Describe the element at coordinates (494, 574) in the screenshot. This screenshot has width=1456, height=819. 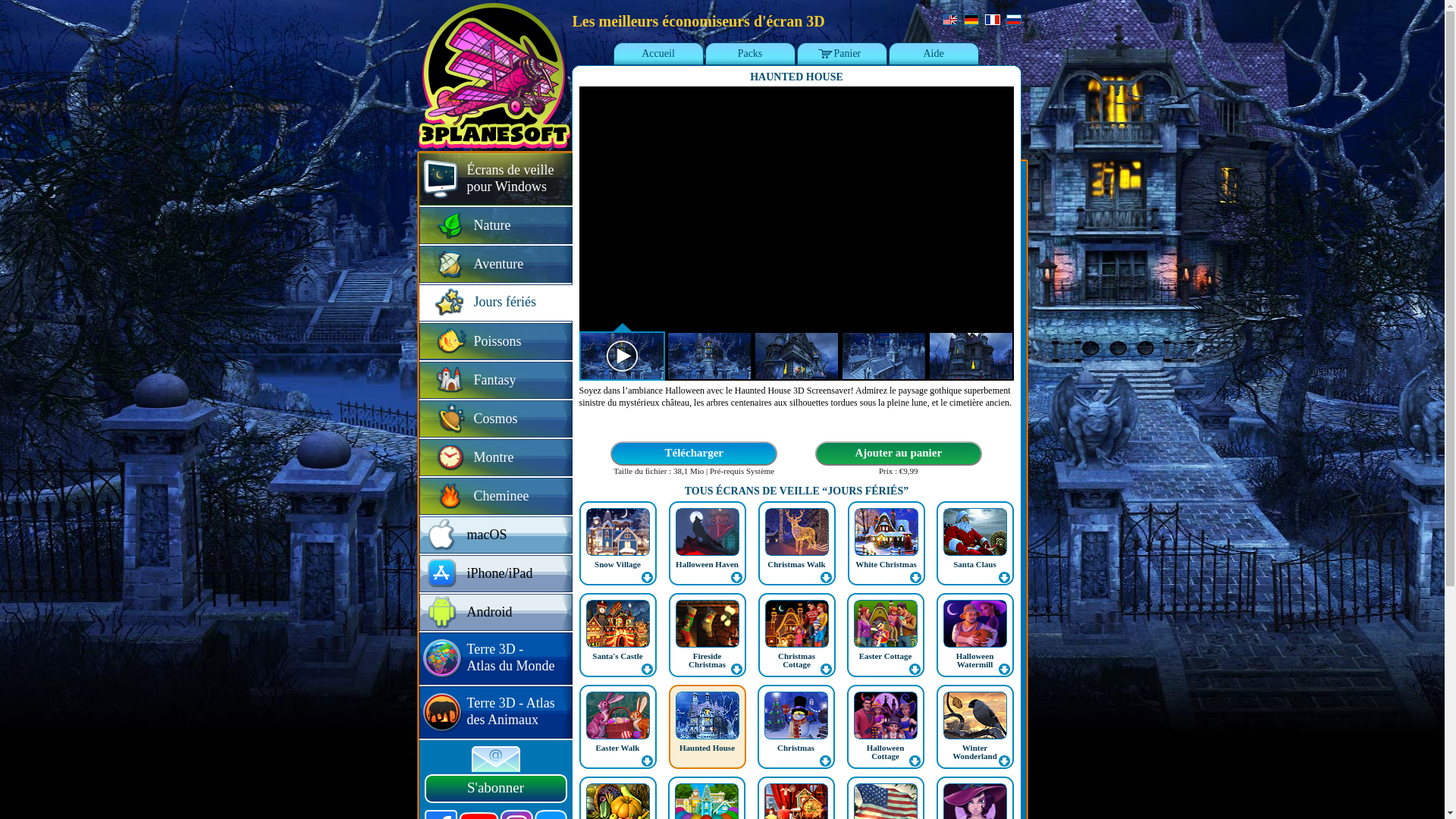
I see `'iPhone/iPad'` at that location.